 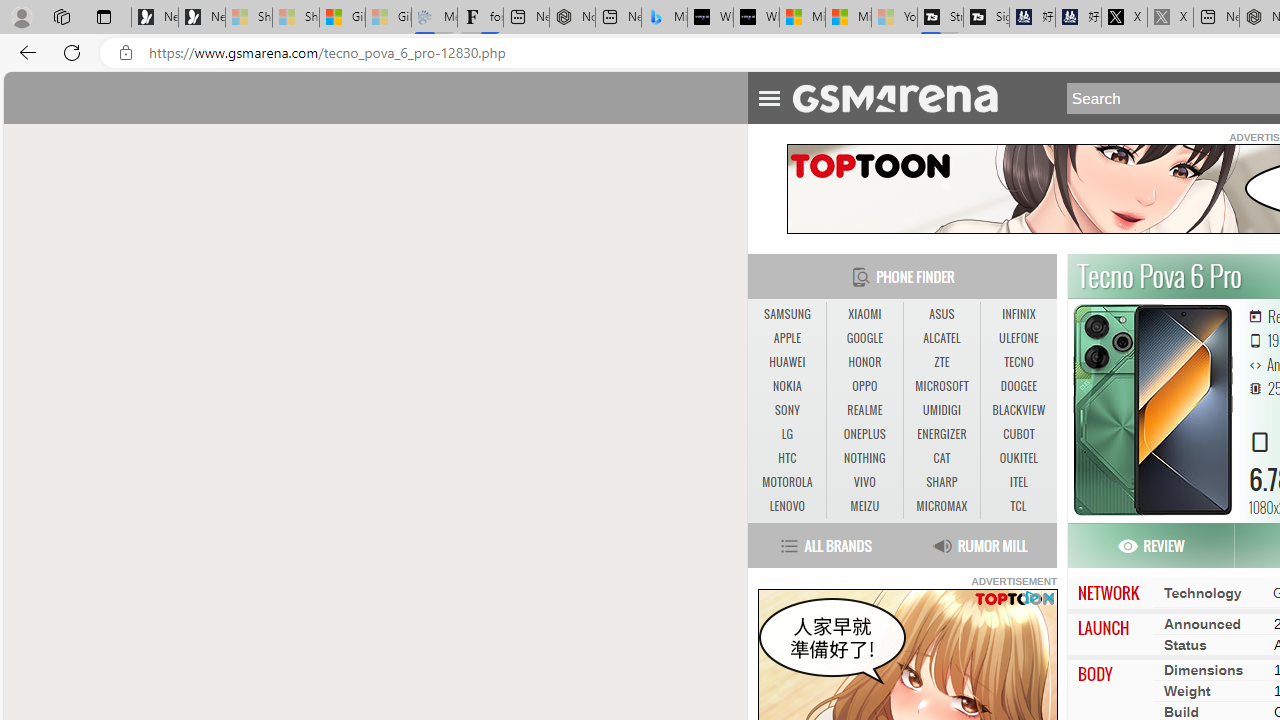 What do you see at coordinates (1018, 337) in the screenshot?
I see `'ULEFONE'` at bounding box center [1018, 337].